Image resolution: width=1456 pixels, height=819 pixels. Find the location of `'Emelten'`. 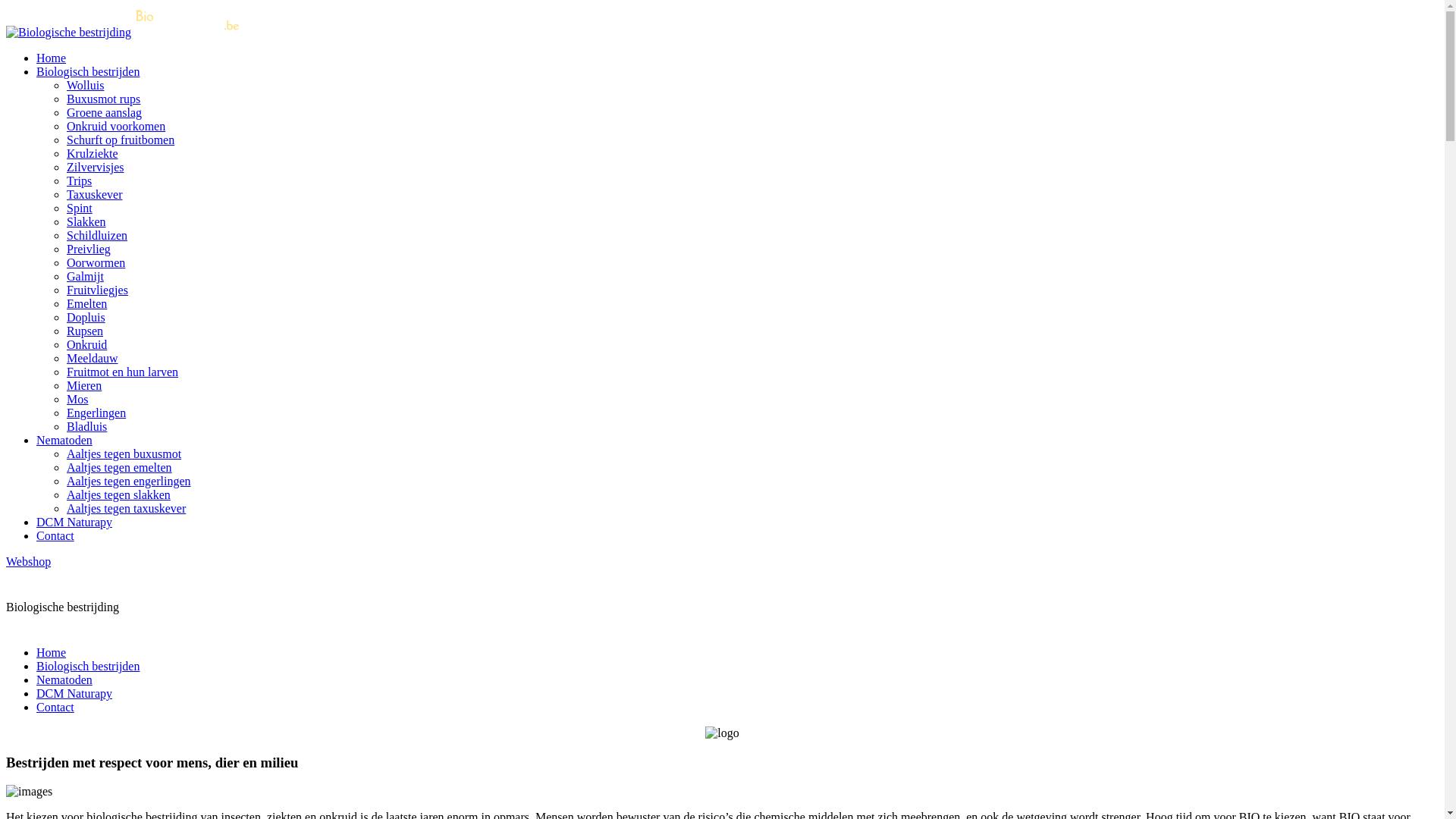

'Emelten' is located at coordinates (86, 303).